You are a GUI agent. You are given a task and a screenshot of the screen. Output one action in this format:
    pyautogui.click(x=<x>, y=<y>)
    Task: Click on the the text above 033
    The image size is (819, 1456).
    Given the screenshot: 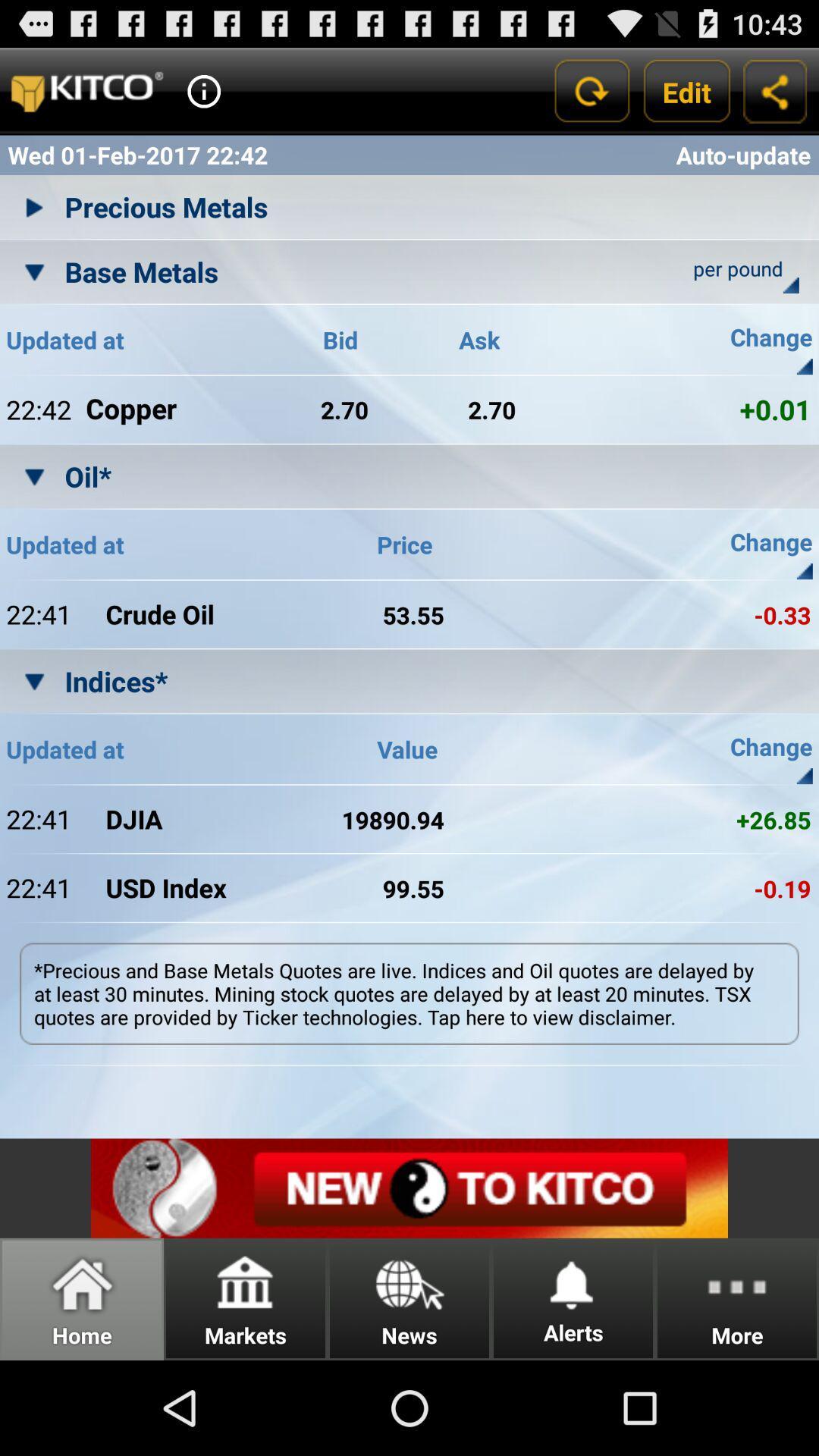 What is the action you would take?
    pyautogui.click(x=742, y=544)
    